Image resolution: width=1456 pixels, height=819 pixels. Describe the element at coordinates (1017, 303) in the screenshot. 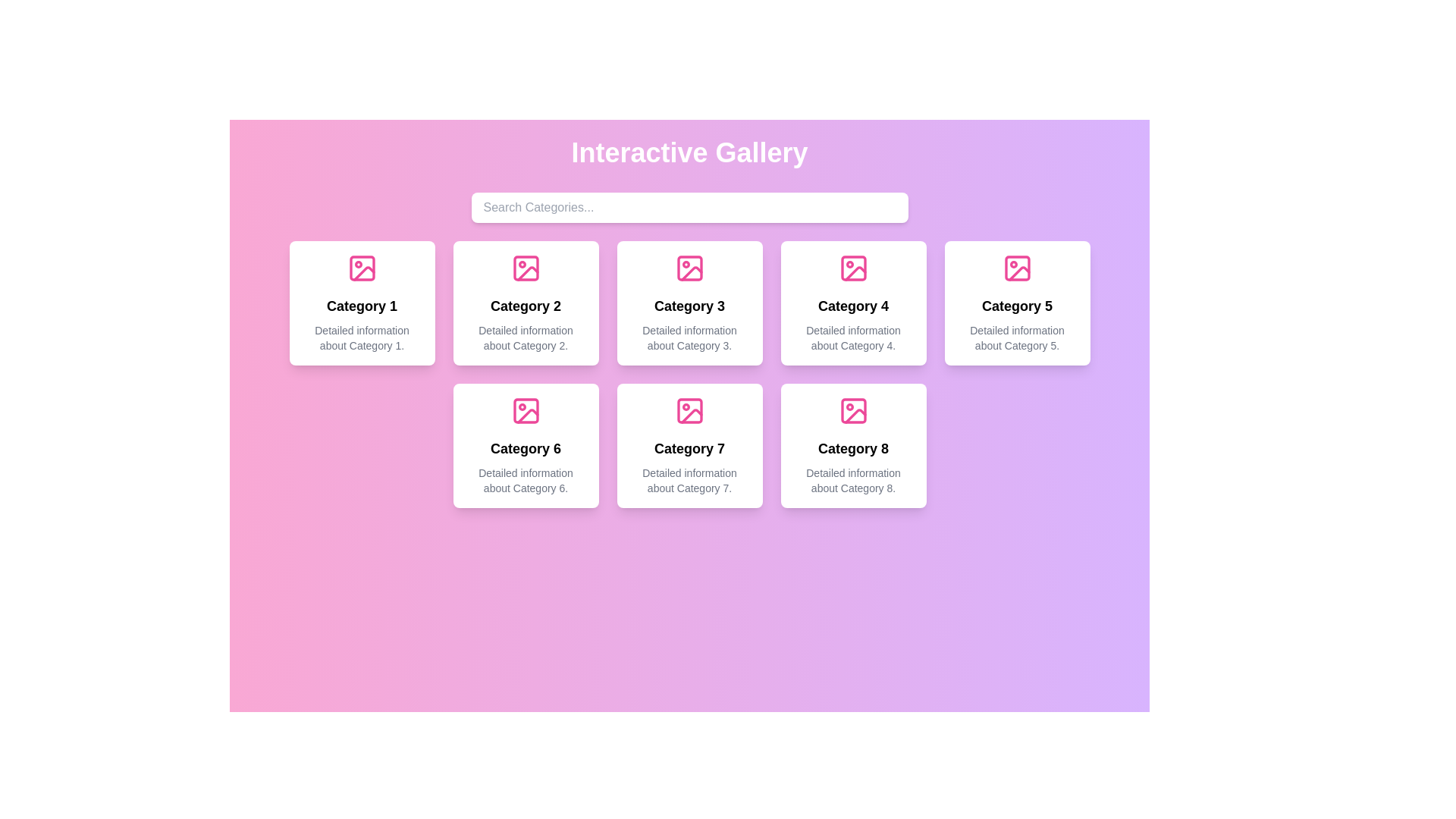

I see `'Category 5' information card, which is the fifth card in a two-row grid layout and serves to present information and navigation` at that location.